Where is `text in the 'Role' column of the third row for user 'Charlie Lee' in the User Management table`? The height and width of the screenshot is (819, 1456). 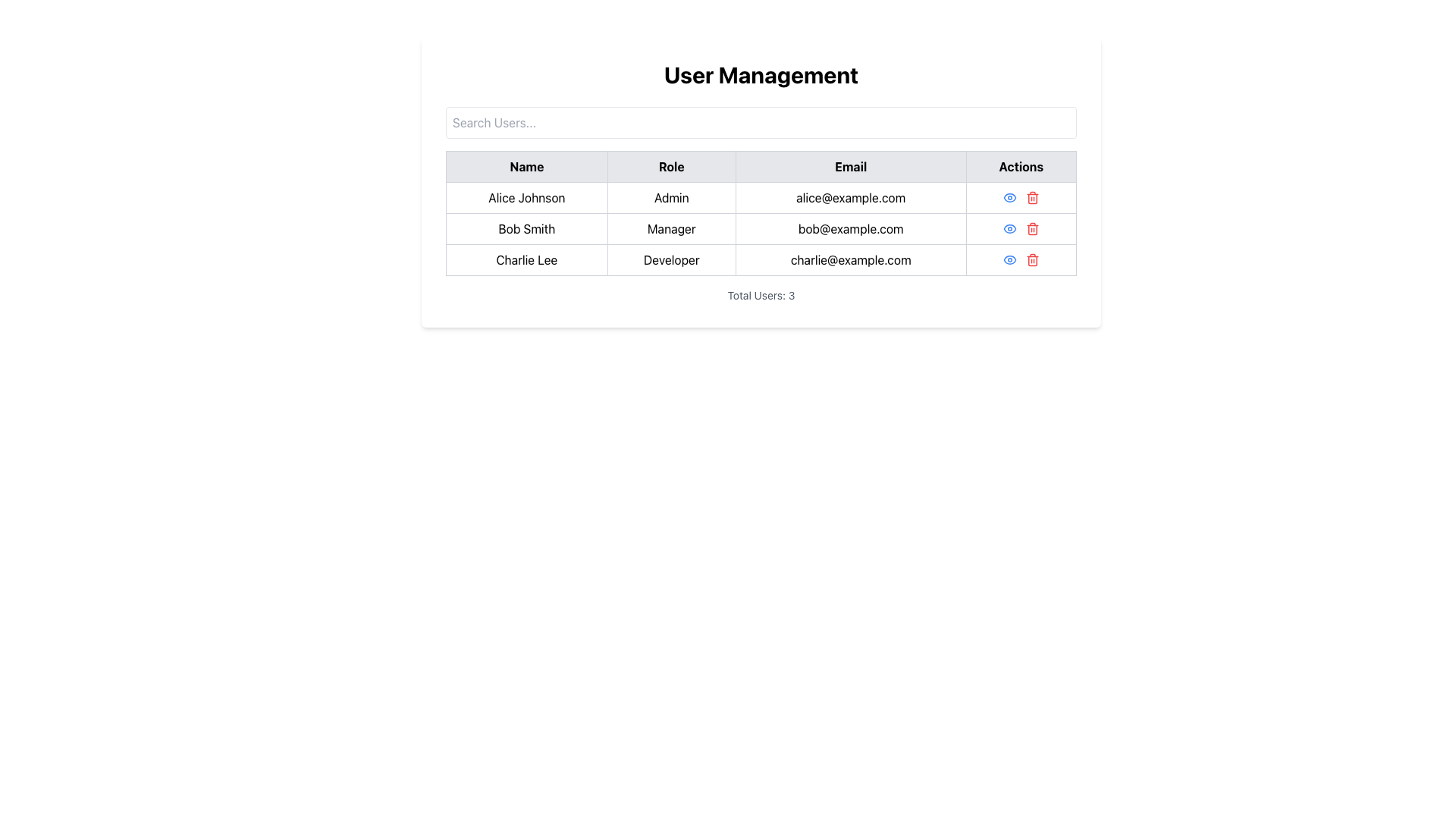 text in the 'Role' column of the third row for user 'Charlie Lee' in the User Management table is located at coordinates (670, 259).